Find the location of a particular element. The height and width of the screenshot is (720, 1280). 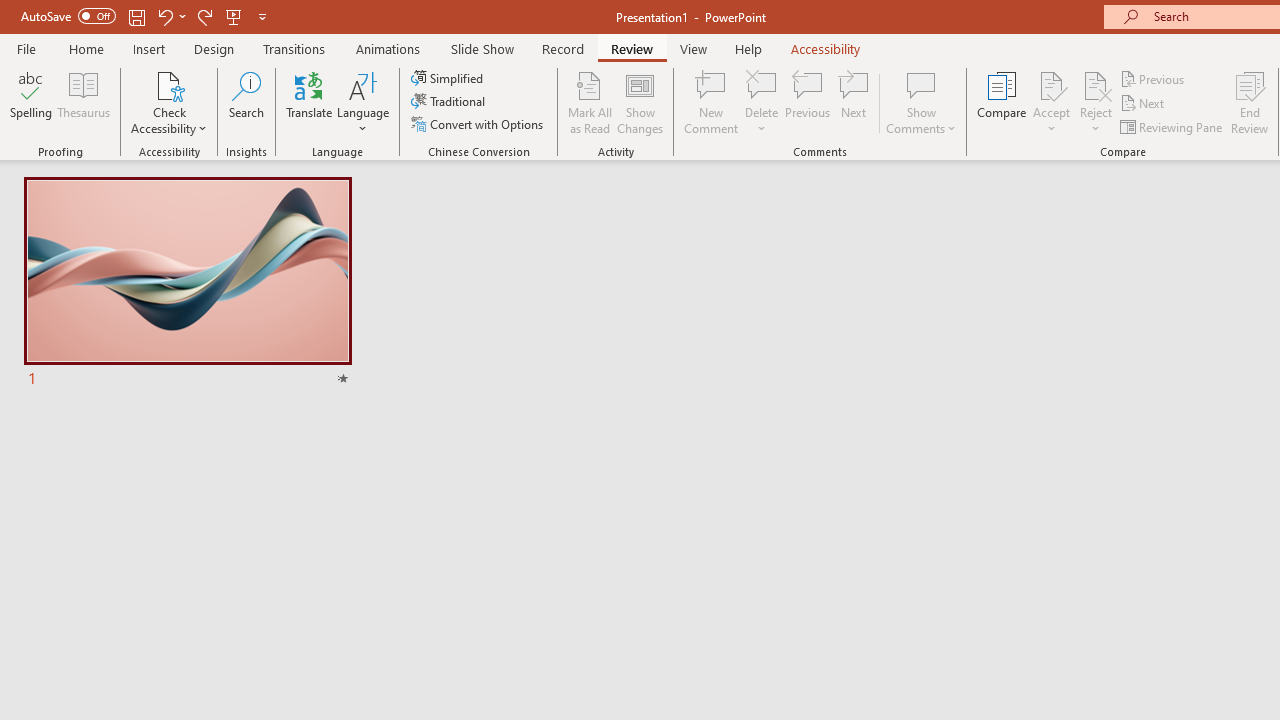

'Previous' is located at coordinates (1153, 78).